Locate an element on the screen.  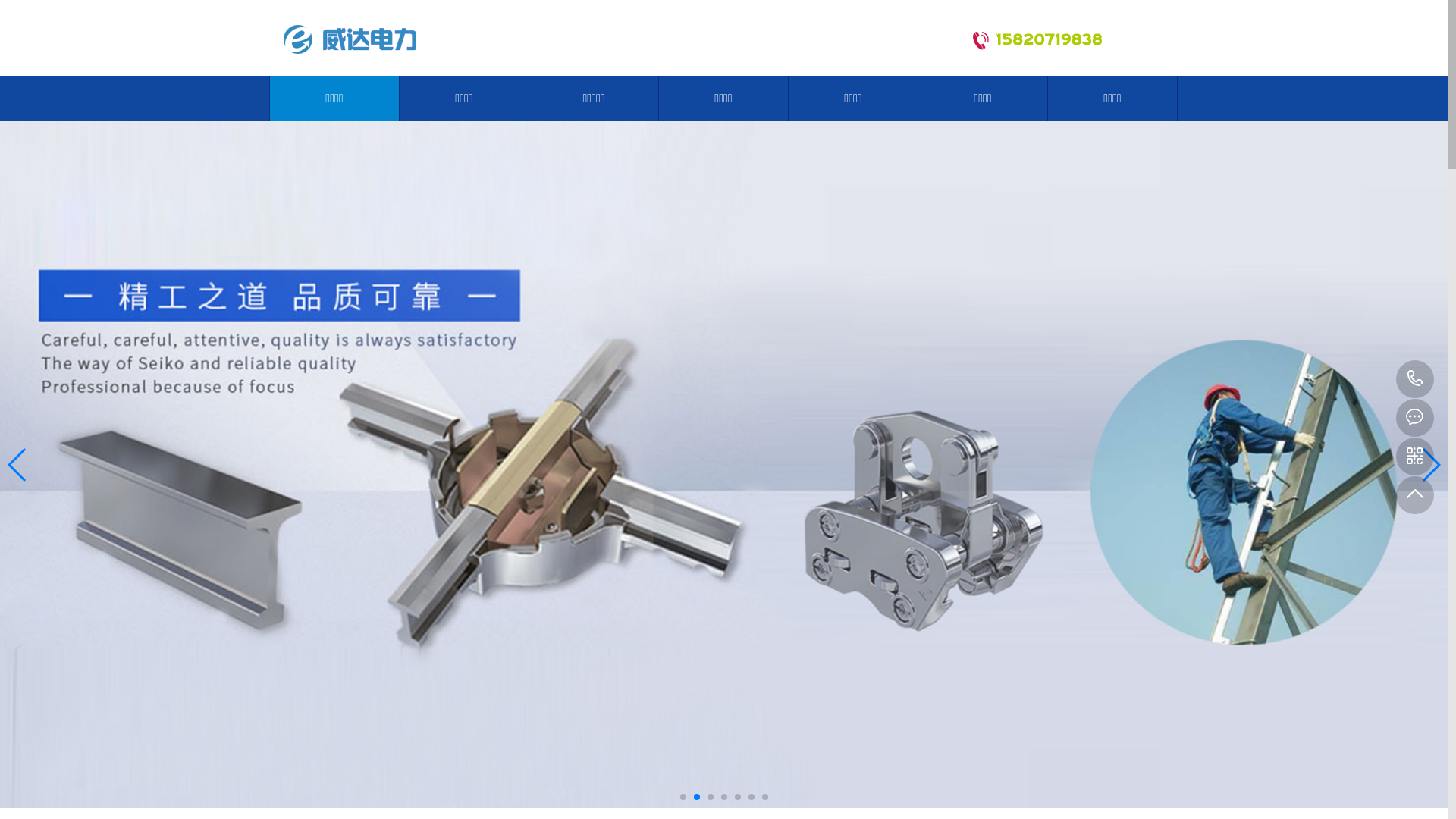
'15820719838' is located at coordinates (1414, 378).